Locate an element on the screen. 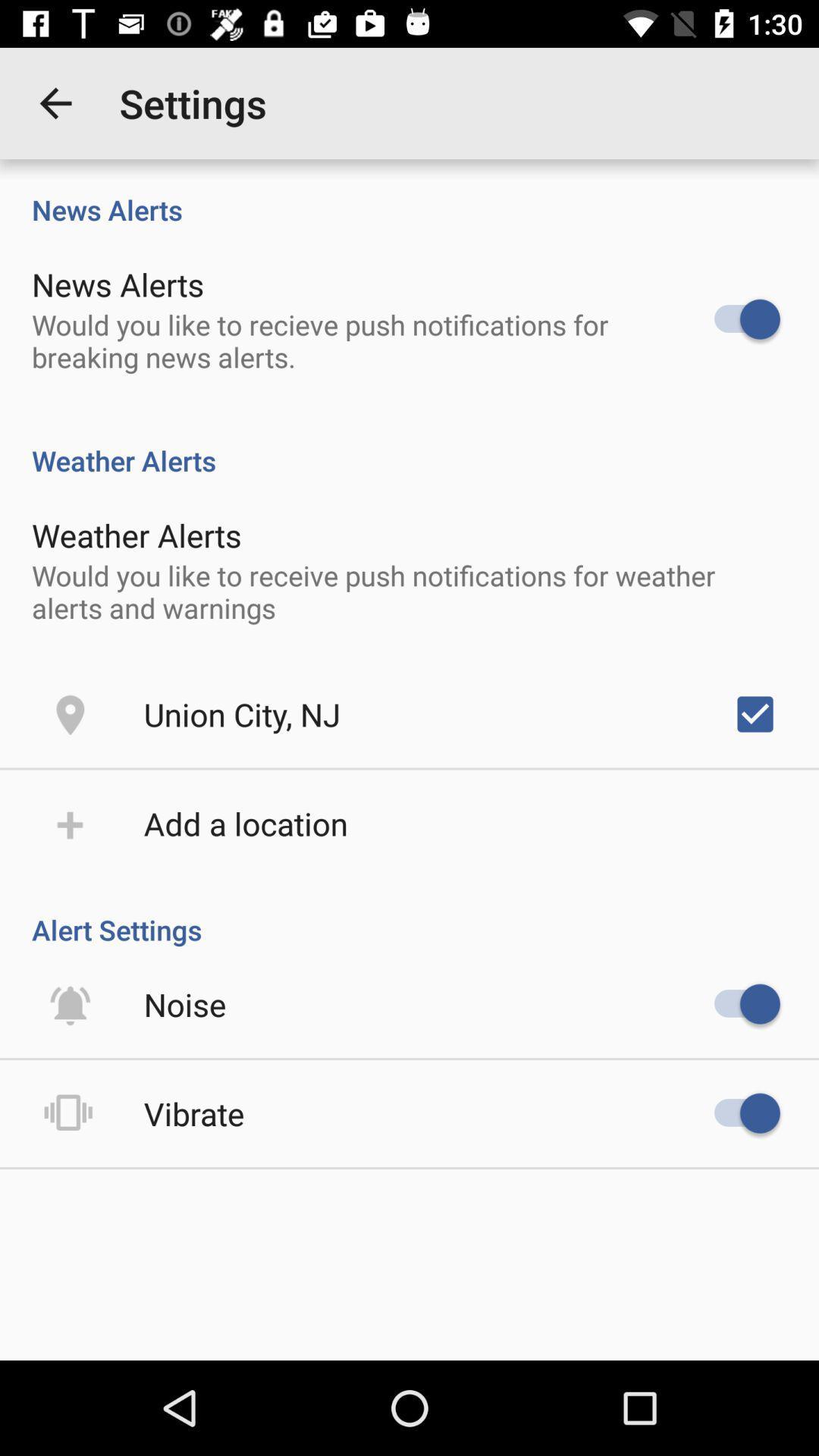 This screenshot has width=819, height=1456. the icon above vibrate is located at coordinates (184, 1004).